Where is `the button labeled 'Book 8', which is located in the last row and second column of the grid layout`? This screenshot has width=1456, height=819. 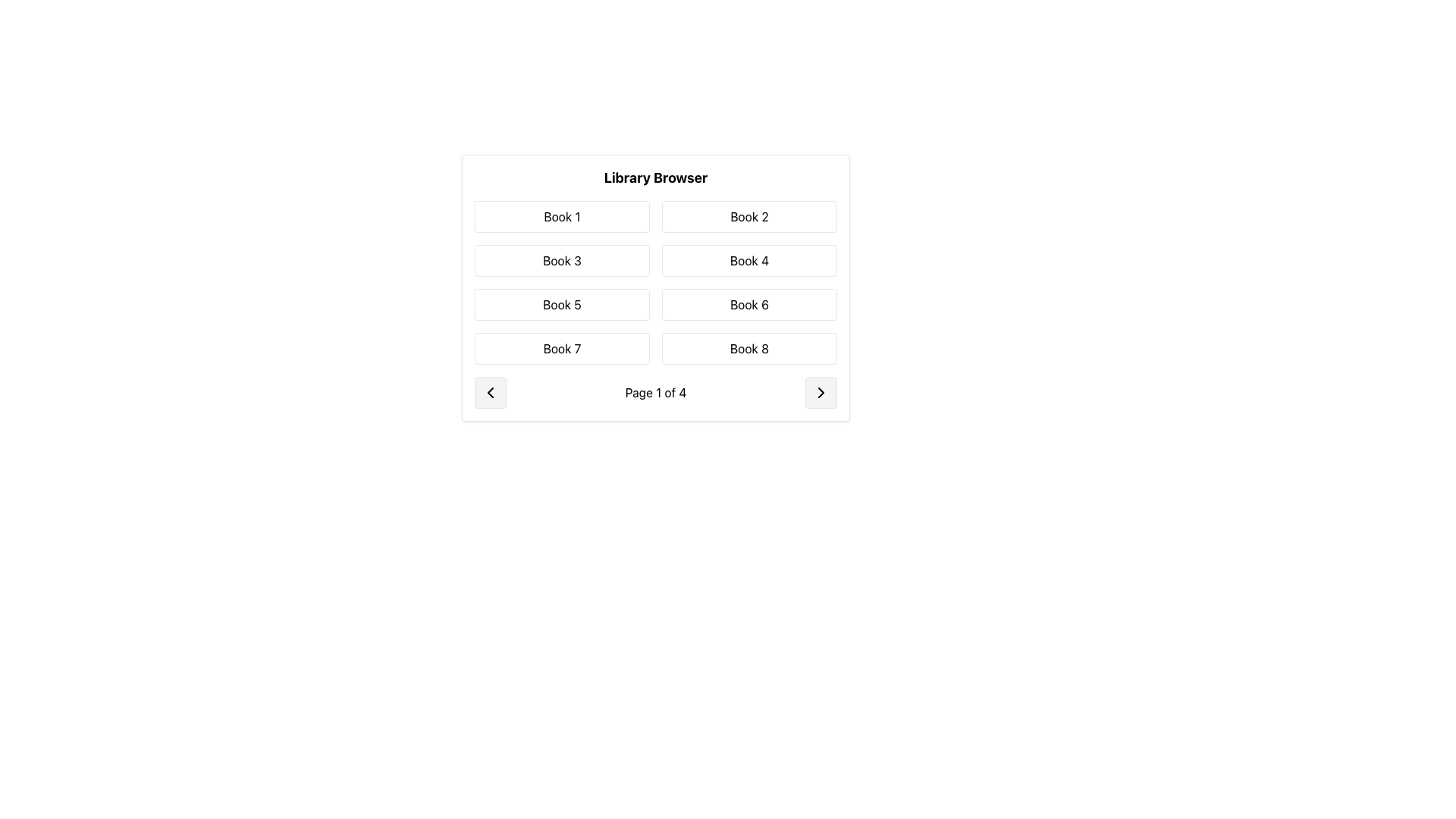 the button labeled 'Book 8', which is located in the last row and second column of the grid layout is located at coordinates (749, 348).